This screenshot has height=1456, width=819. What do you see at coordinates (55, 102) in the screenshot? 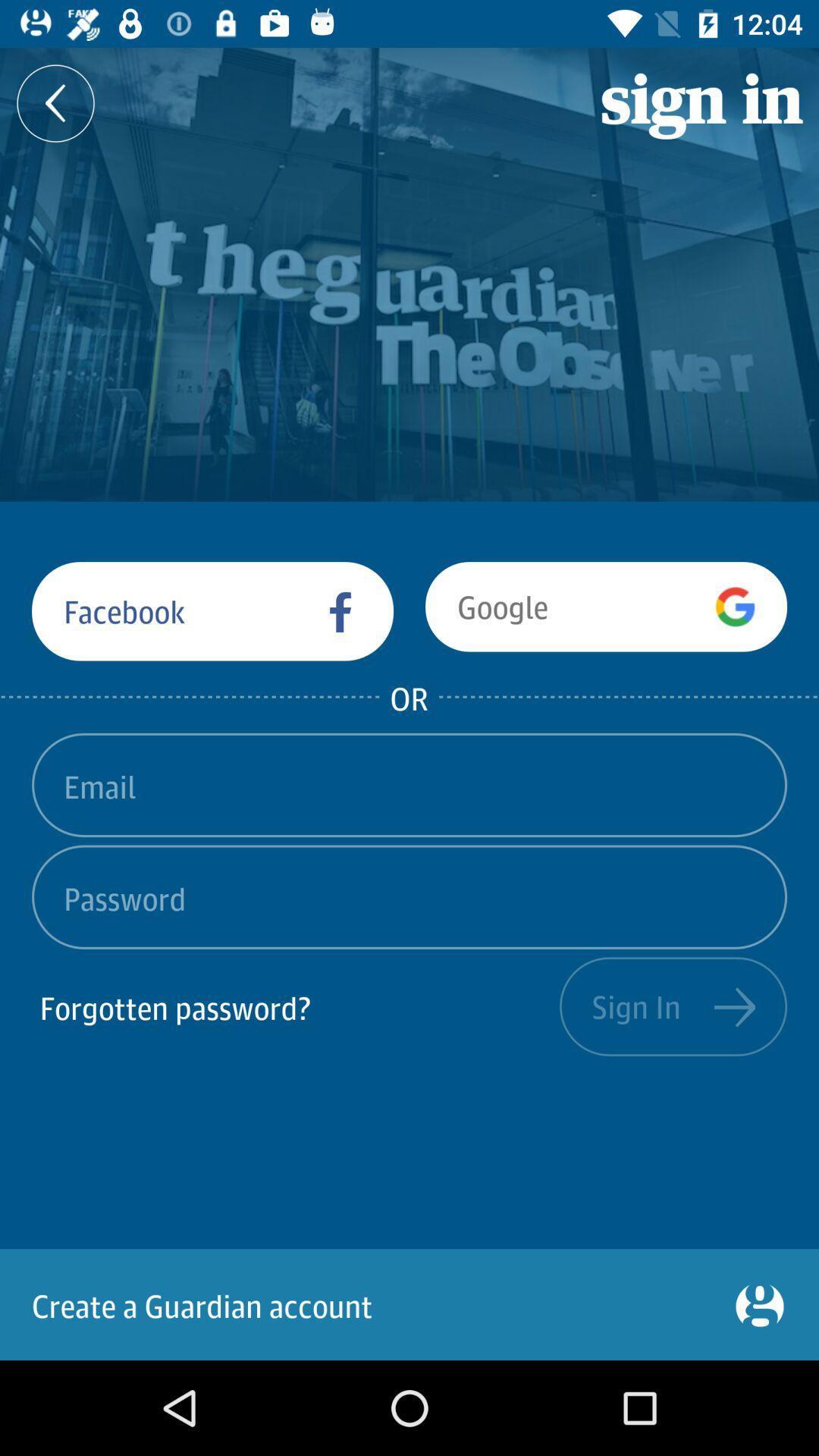
I see `the arrow_backward icon` at bounding box center [55, 102].